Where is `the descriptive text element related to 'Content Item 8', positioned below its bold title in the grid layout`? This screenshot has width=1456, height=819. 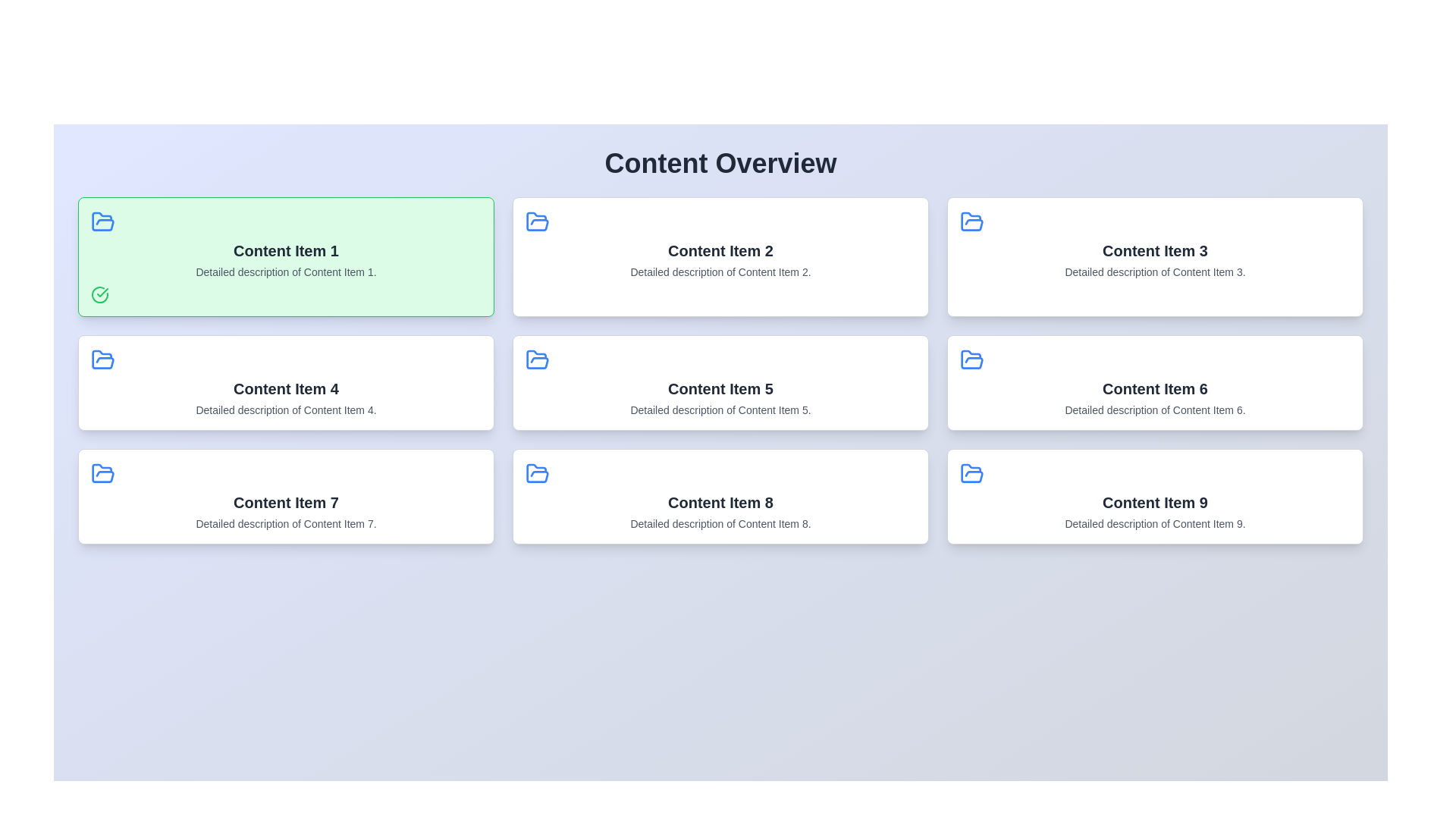 the descriptive text element related to 'Content Item 8', positioned below its bold title in the grid layout is located at coordinates (720, 522).